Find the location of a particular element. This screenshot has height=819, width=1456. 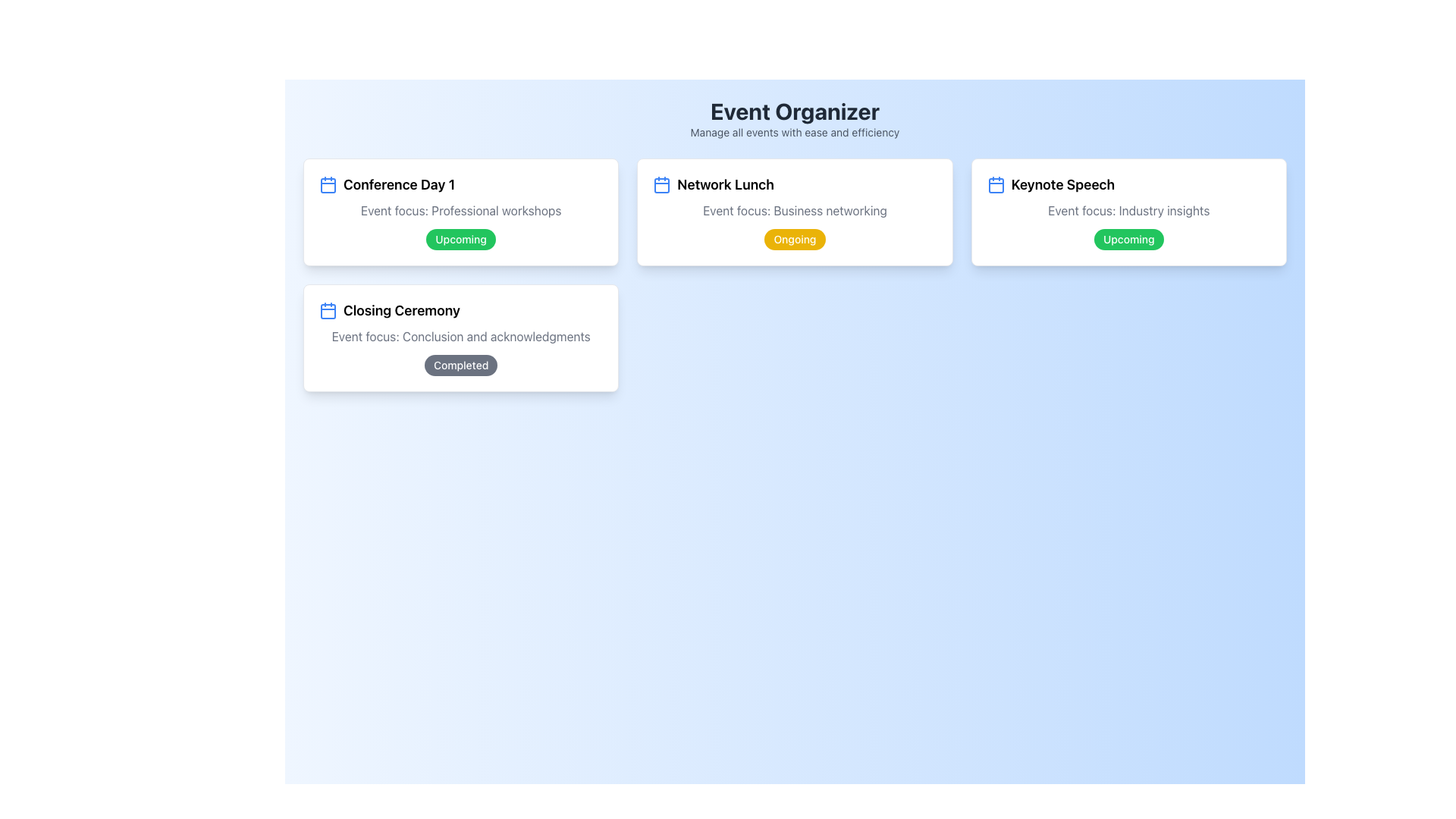

the event card located between the 'Conference Day 1' and 'Keynote Speech' cards in the scheduling application is located at coordinates (794, 212).